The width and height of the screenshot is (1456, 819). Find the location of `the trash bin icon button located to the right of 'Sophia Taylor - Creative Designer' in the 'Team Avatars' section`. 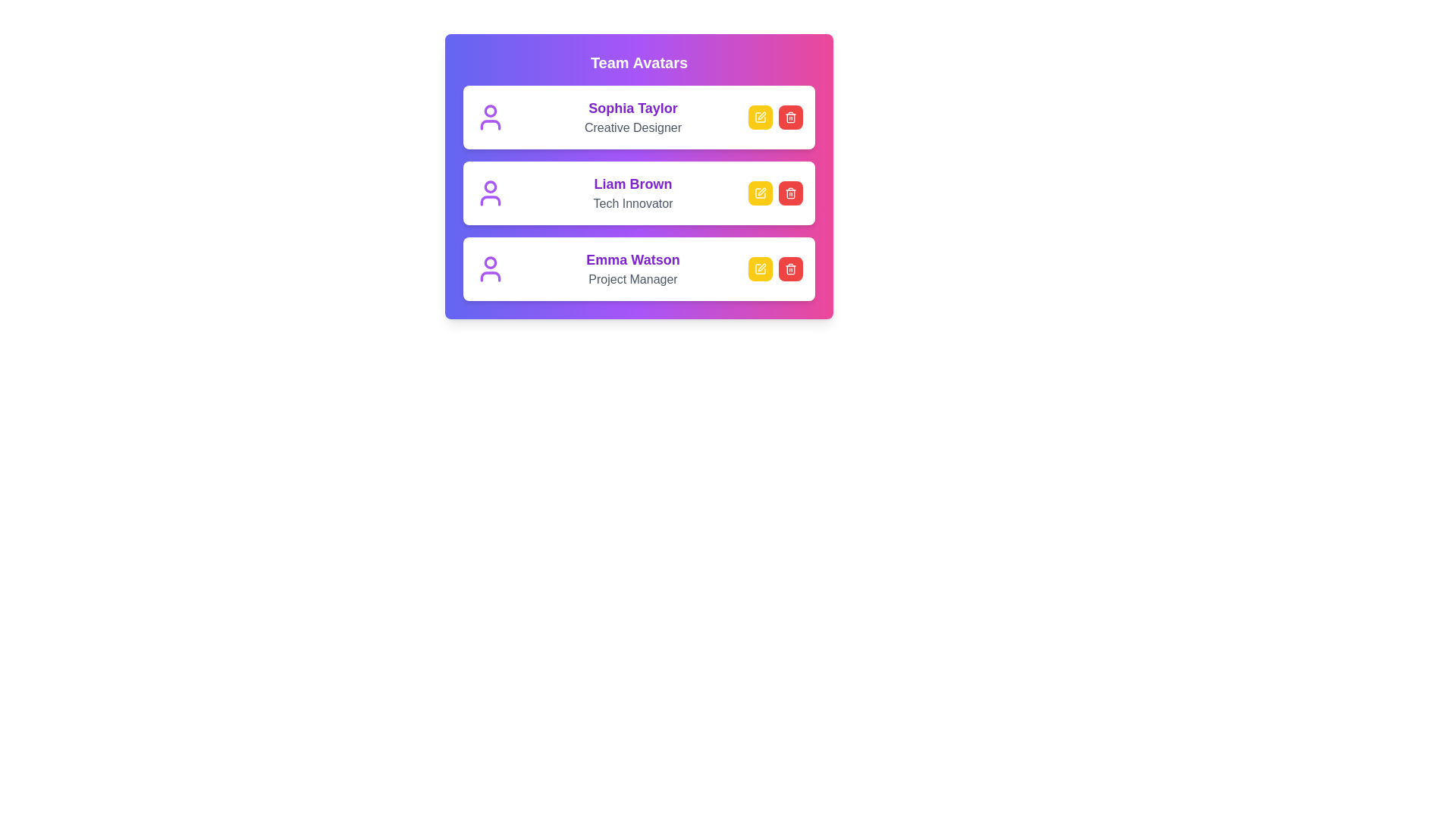

the trash bin icon button located to the right of 'Sophia Taylor - Creative Designer' in the 'Team Avatars' section is located at coordinates (789, 116).